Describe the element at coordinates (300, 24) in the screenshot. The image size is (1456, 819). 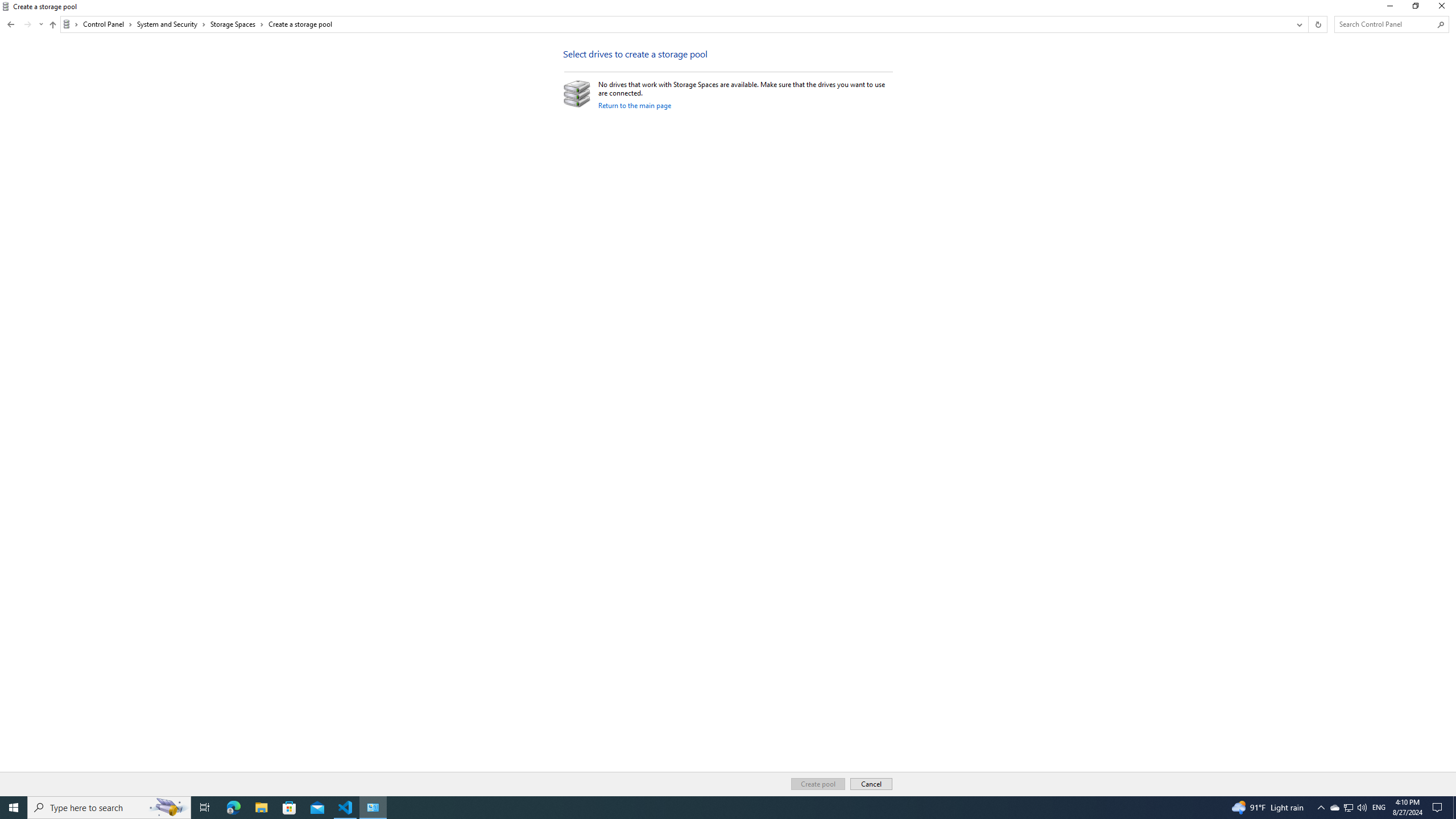
I see `'Create a storage pool'` at that location.